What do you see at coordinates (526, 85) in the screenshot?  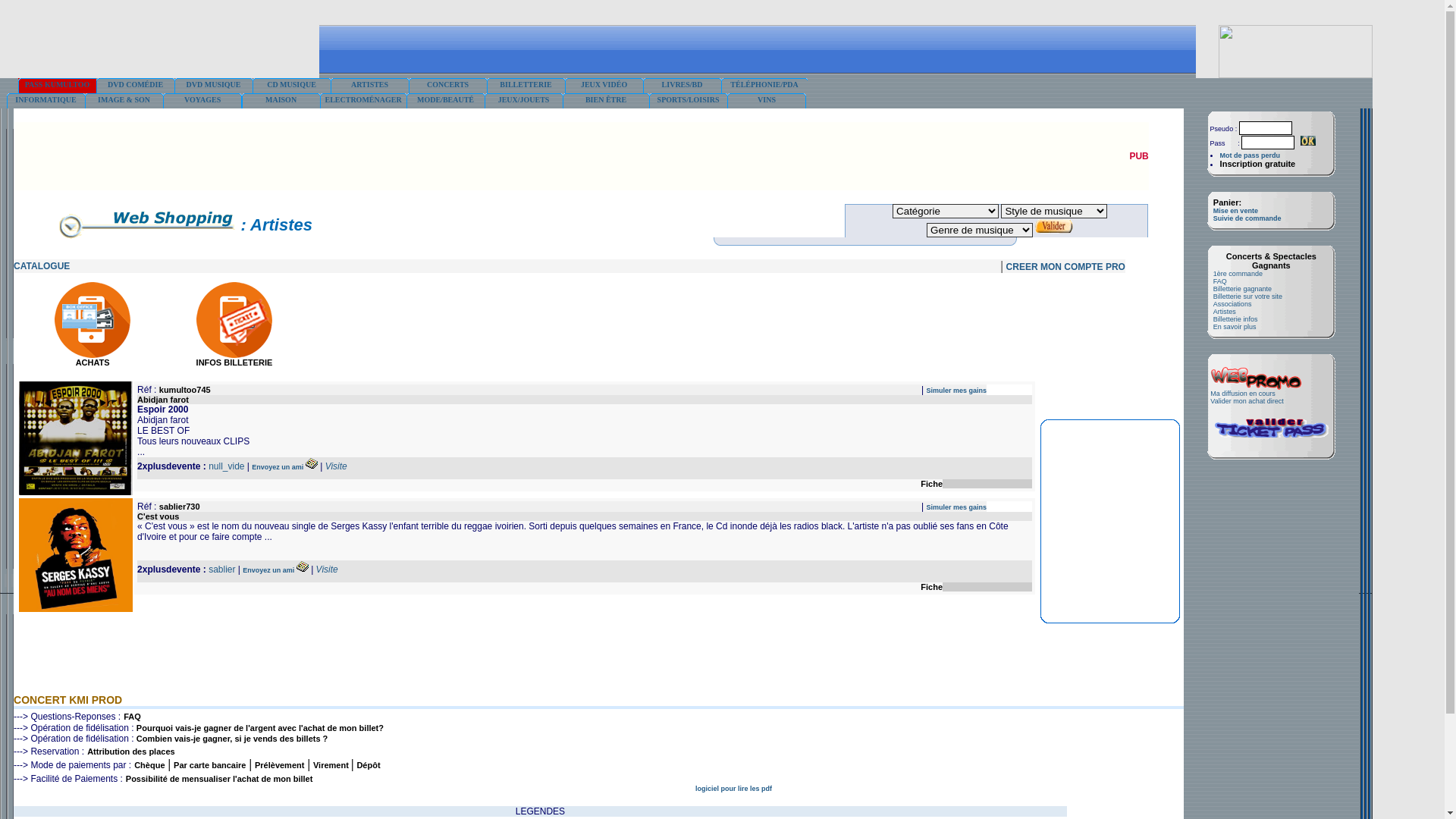 I see `'BILLETTERIE'` at bounding box center [526, 85].